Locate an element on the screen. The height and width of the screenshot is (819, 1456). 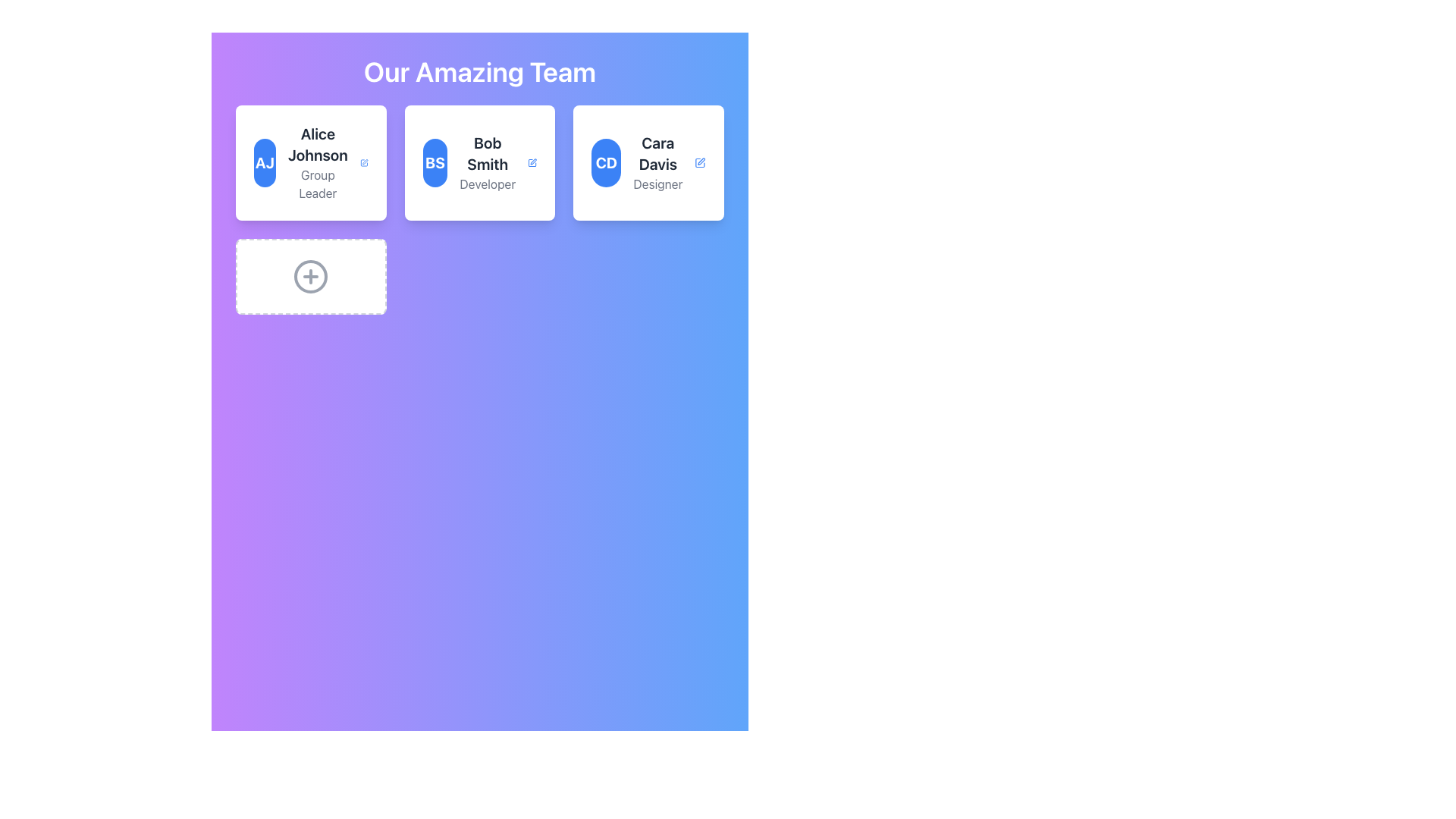
the central Profile Card representing a team member, located in the second column beneath 'Our Amazing Team' is located at coordinates (479, 210).